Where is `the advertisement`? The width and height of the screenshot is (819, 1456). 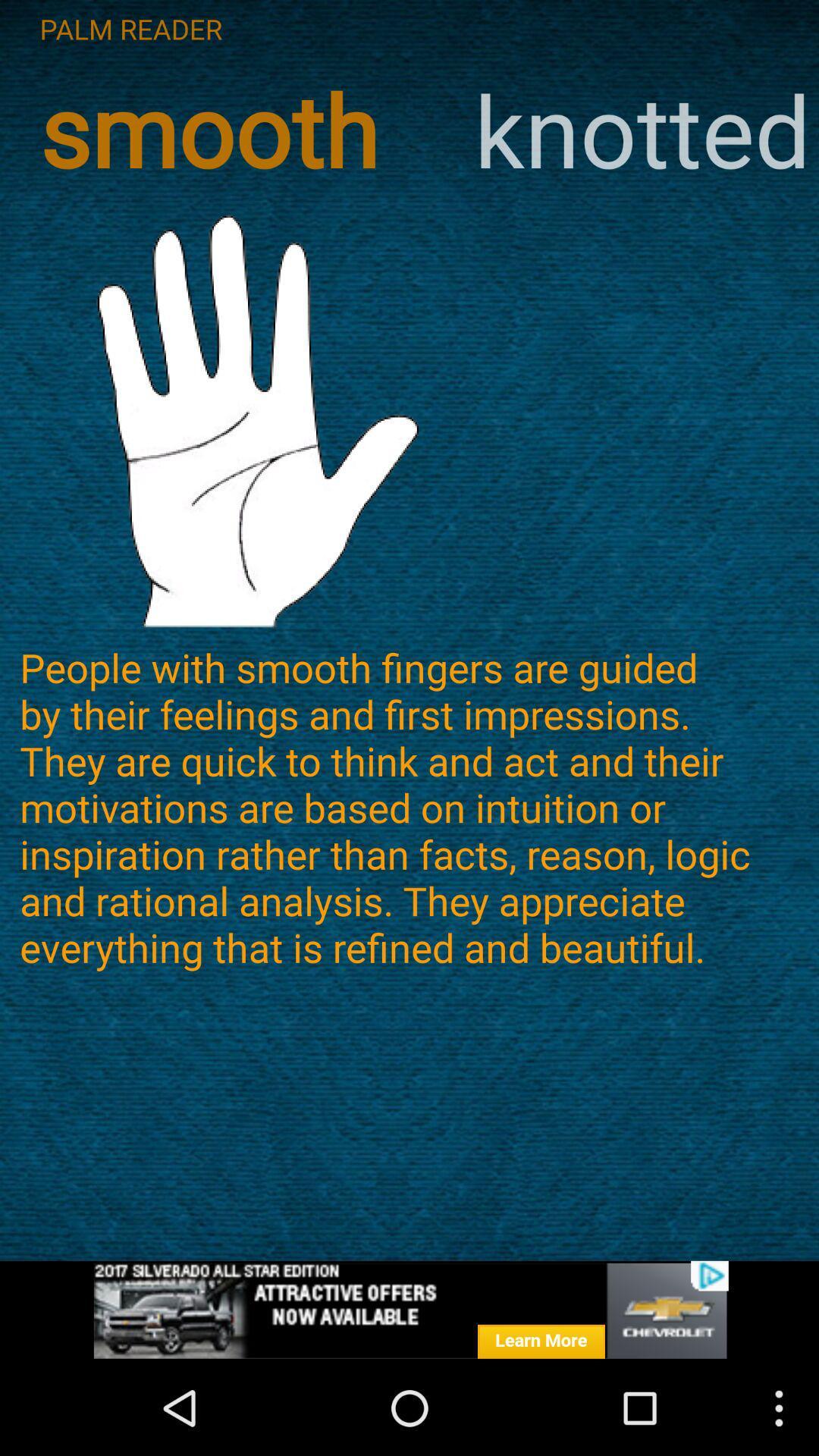 the advertisement is located at coordinates (409, 1310).